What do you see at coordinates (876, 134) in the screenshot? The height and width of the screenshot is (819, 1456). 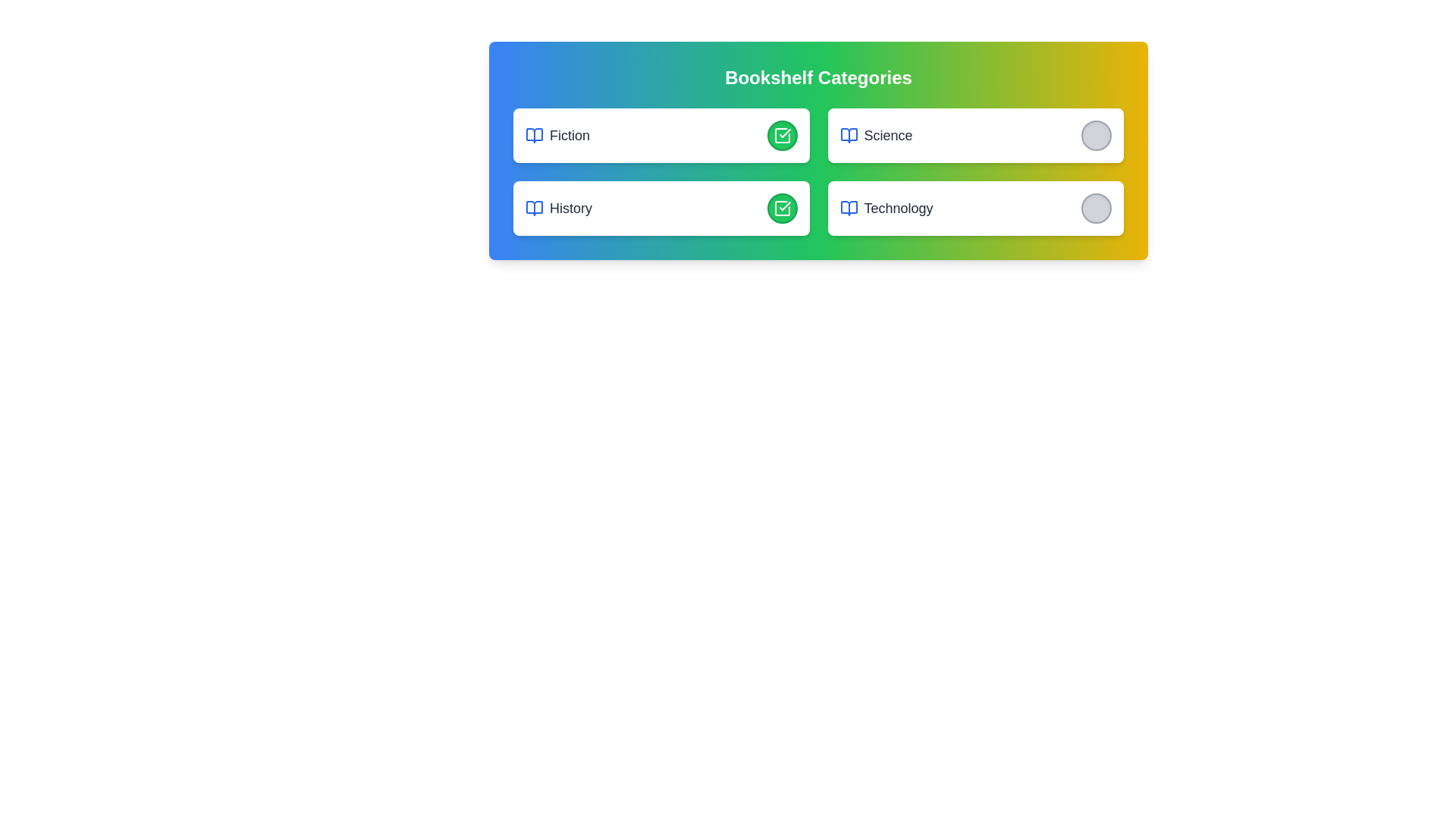 I see `the category name Science from the list` at bounding box center [876, 134].